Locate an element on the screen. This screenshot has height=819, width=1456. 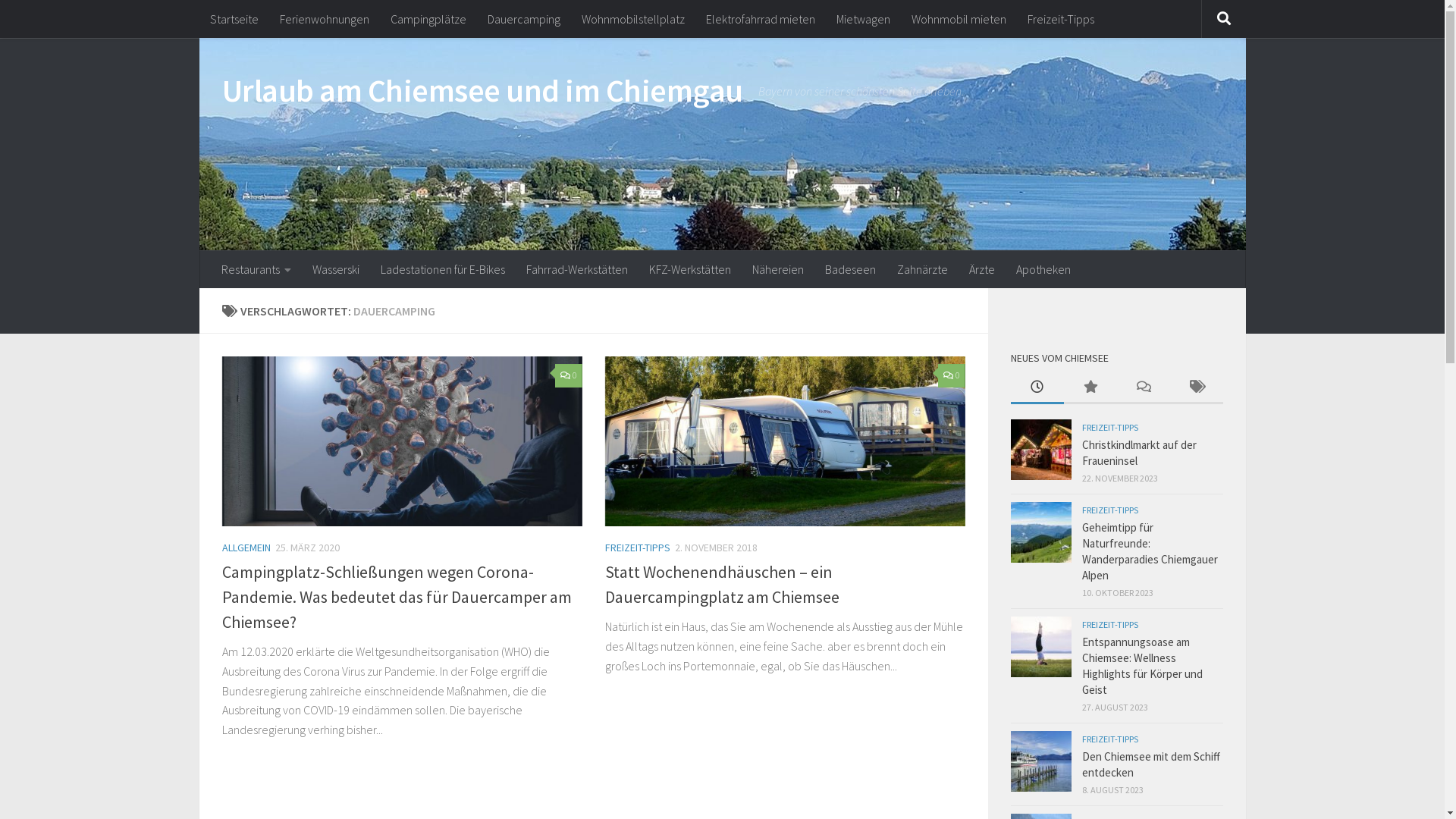
'ALLGEMEIN' is located at coordinates (221, 547).